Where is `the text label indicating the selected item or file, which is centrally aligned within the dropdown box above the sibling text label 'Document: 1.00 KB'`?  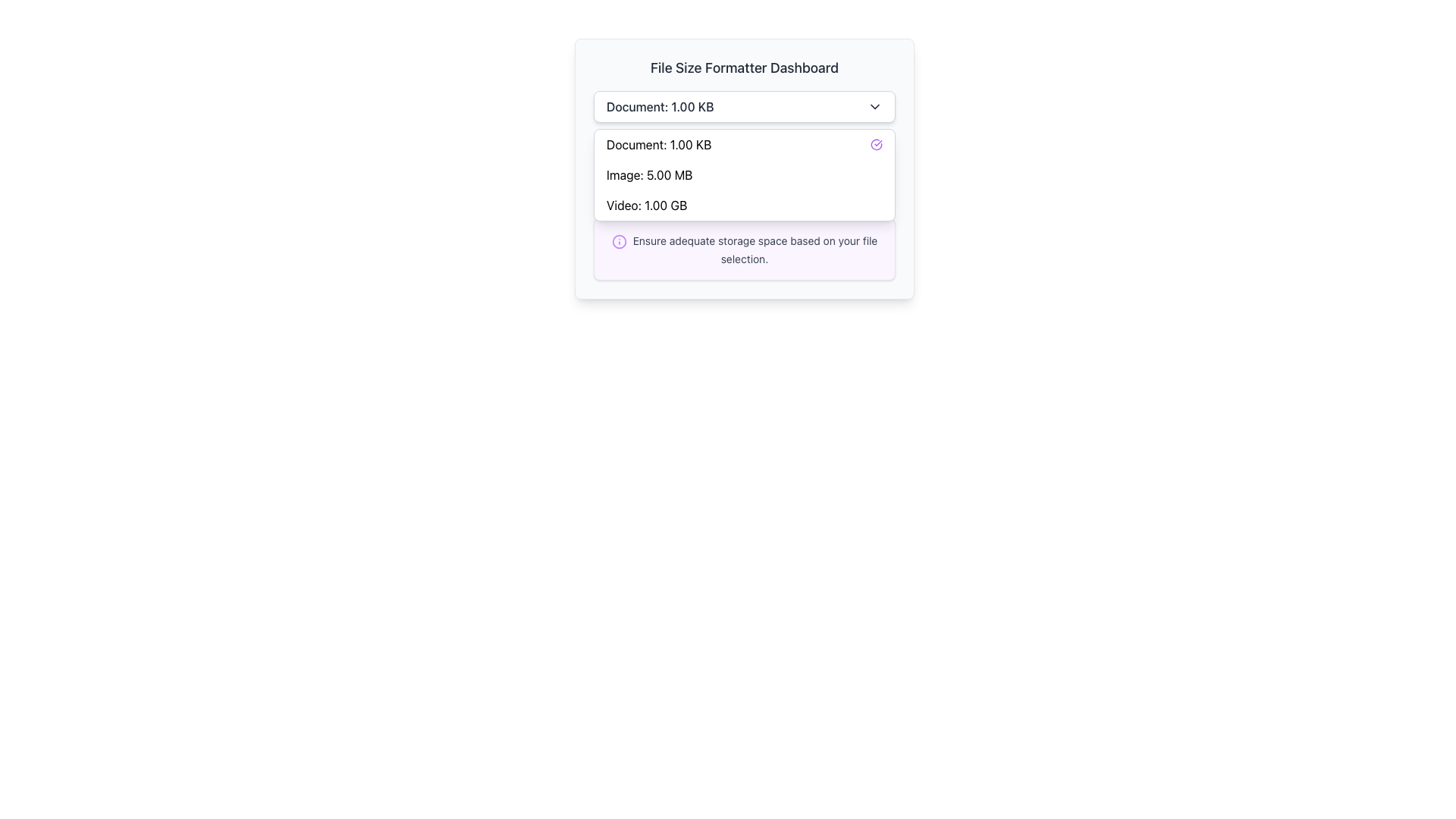 the text label indicating the selected item or file, which is centrally aligned within the dropdown box above the sibling text label 'Document: 1.00 KB' is located at coordinates (679, 163).